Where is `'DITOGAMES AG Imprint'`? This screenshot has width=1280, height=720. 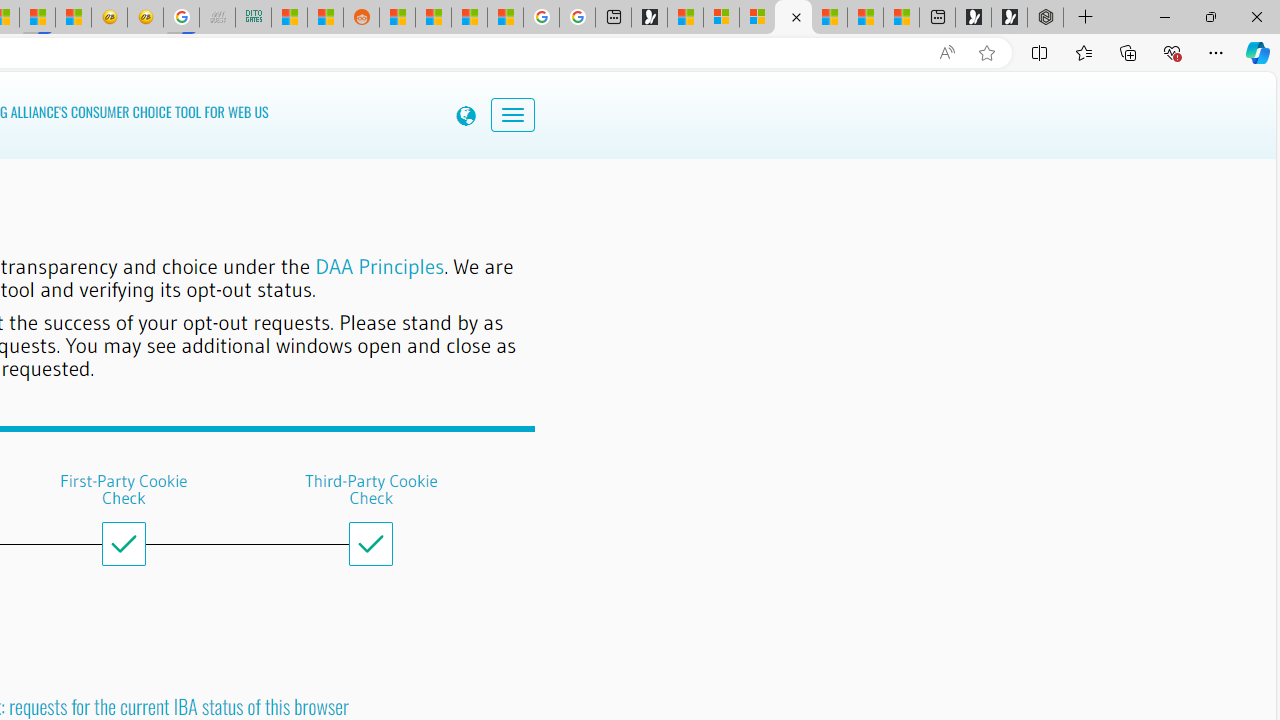
'DITOGAMES AG Imprint' is located at coordinates (252, 17).